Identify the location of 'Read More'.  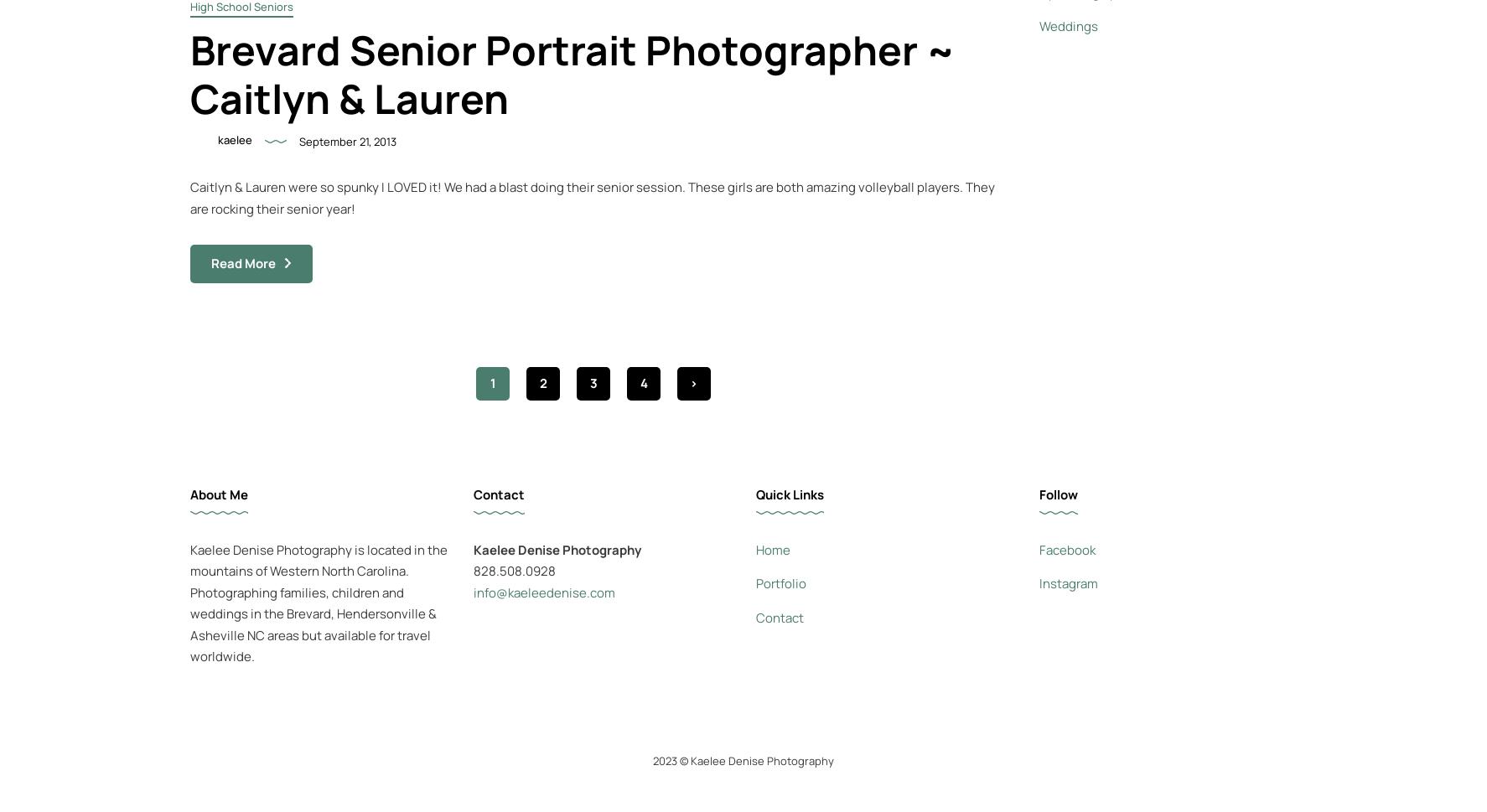
(243, 262).